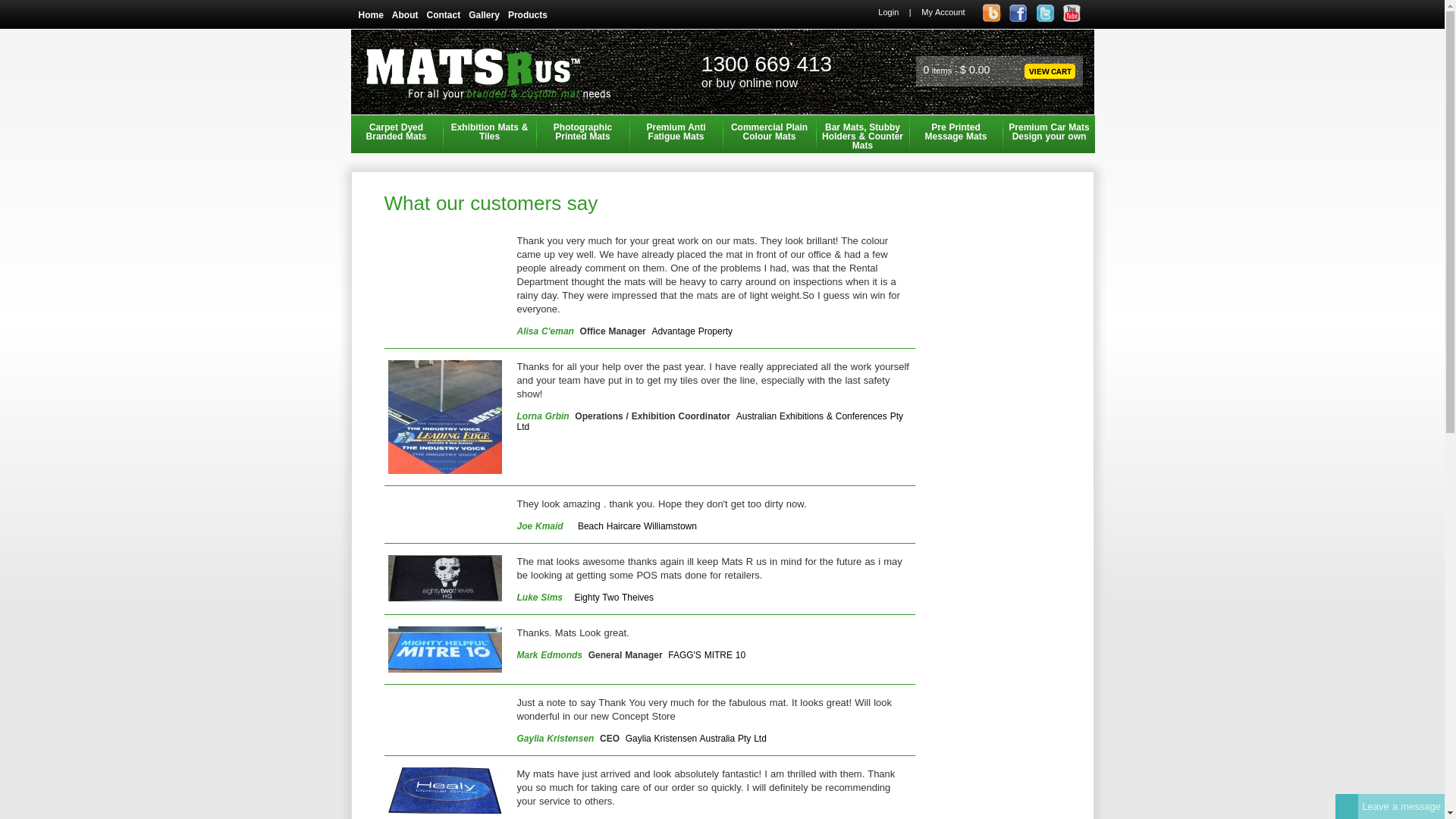 This screenshot has width=1456, height=819. Describe the element at coordinates (1018, 20) in the screenshot. I see `'Facebook account'` at that location.